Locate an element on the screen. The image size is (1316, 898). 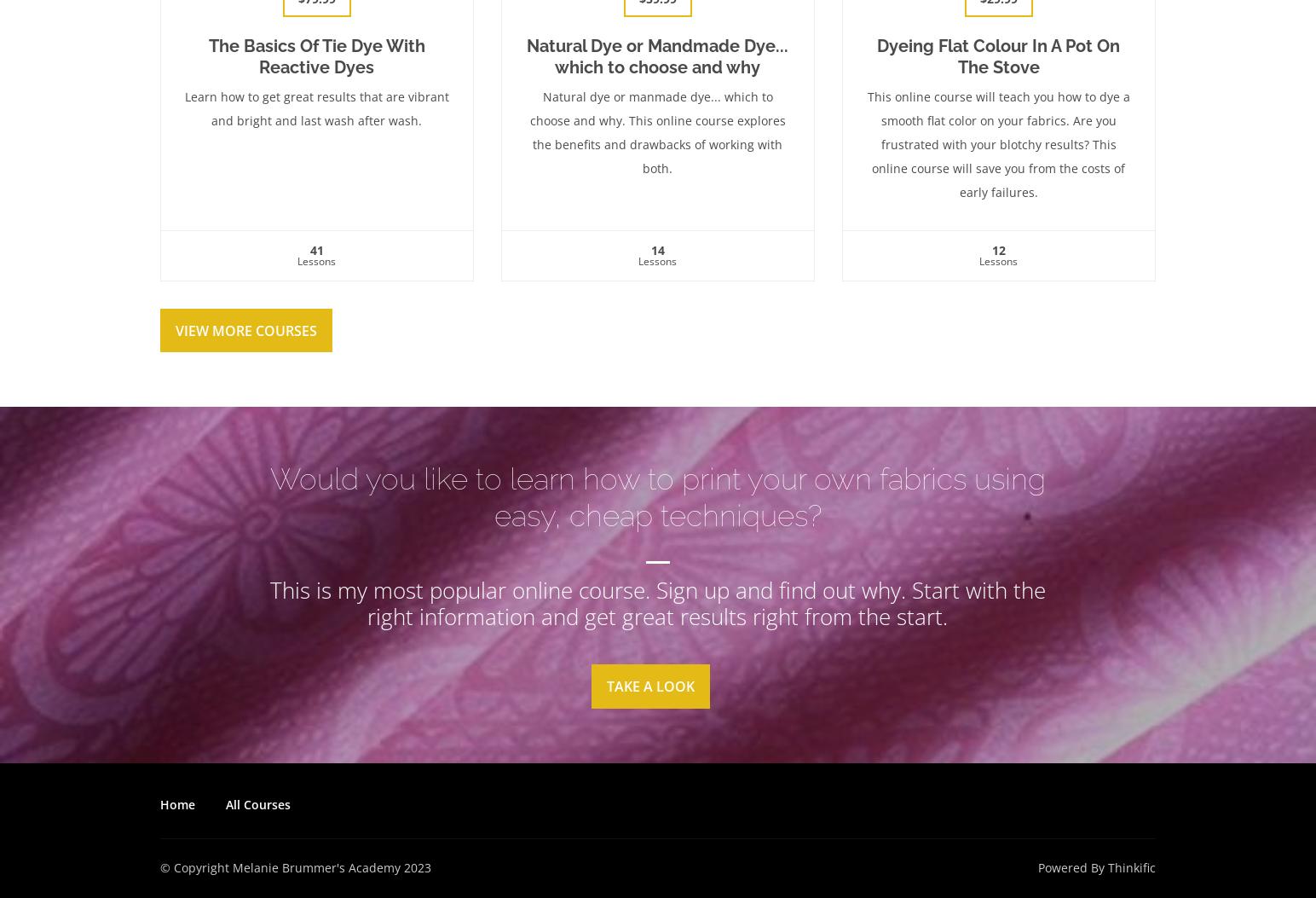
'Powered By Thinkific' is located at coordinates (1095, 866).